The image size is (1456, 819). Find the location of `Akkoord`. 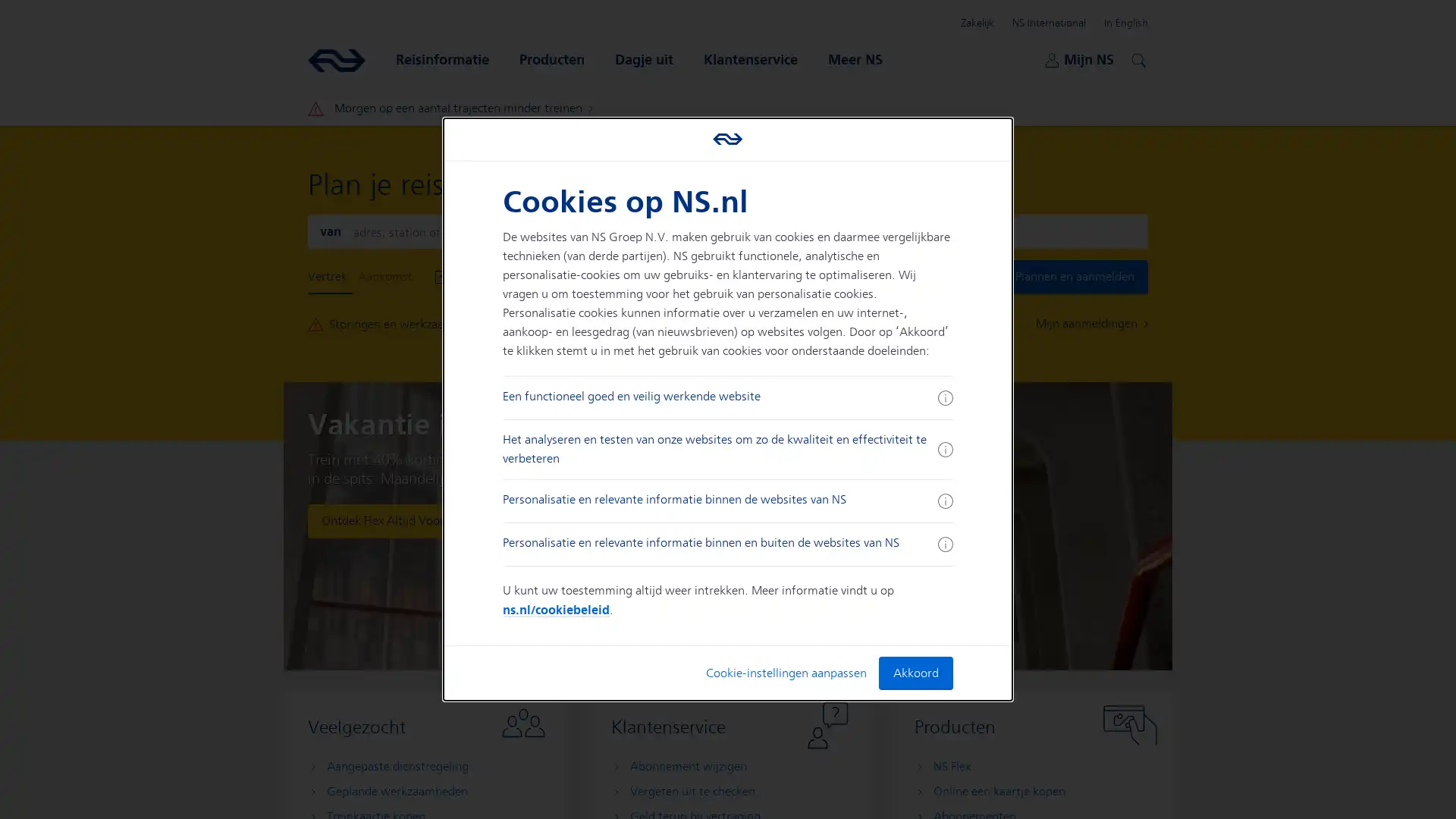

Akkoord is located at coordinates (914, 672).